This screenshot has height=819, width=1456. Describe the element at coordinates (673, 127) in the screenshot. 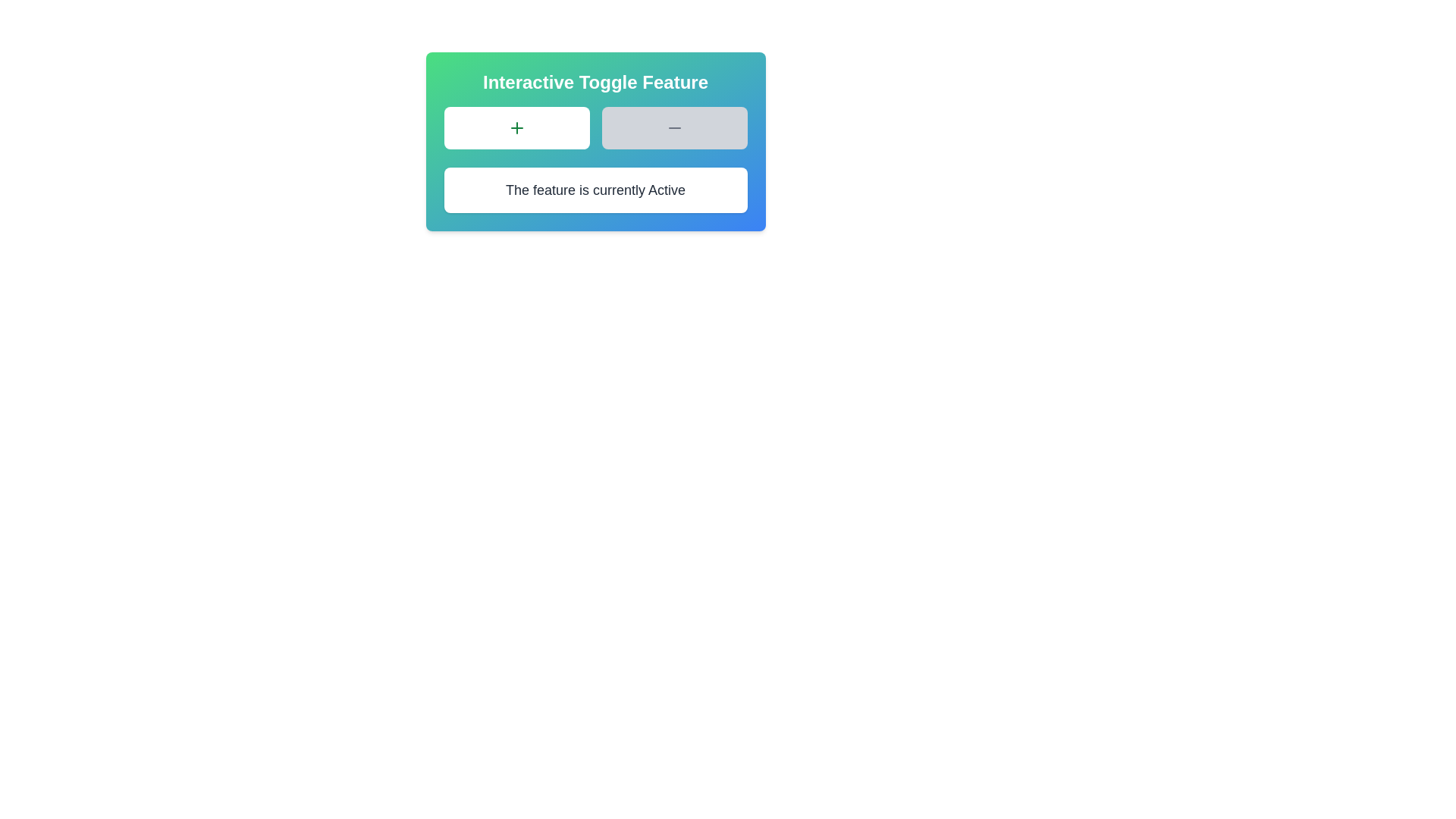

I see `the rounded rectangle button with a gray background and a minus icon, located to the right of the green plus button` at that location.